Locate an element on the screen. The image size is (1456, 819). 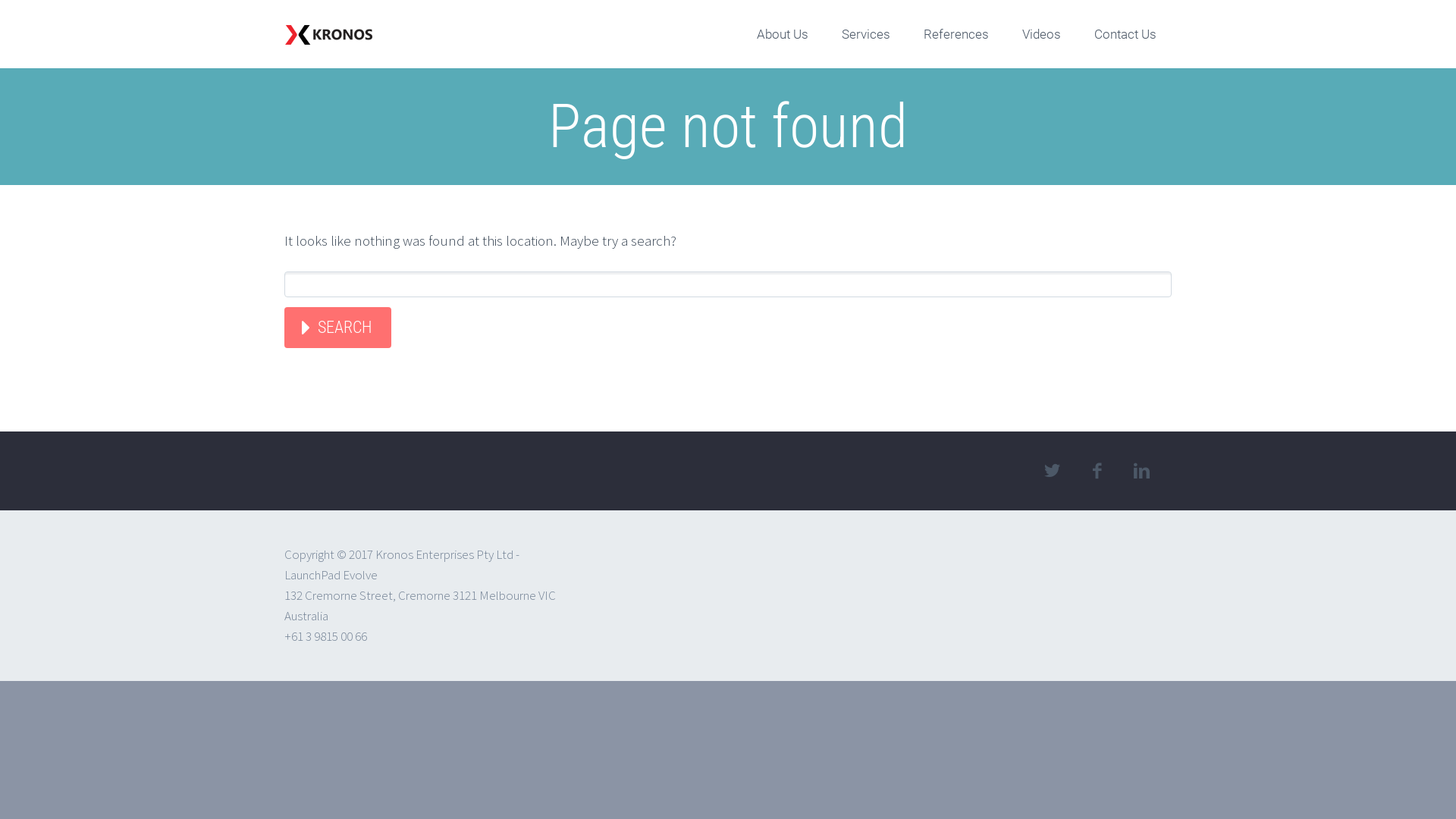
'linkedin' is located at coordinates (1141, 470).